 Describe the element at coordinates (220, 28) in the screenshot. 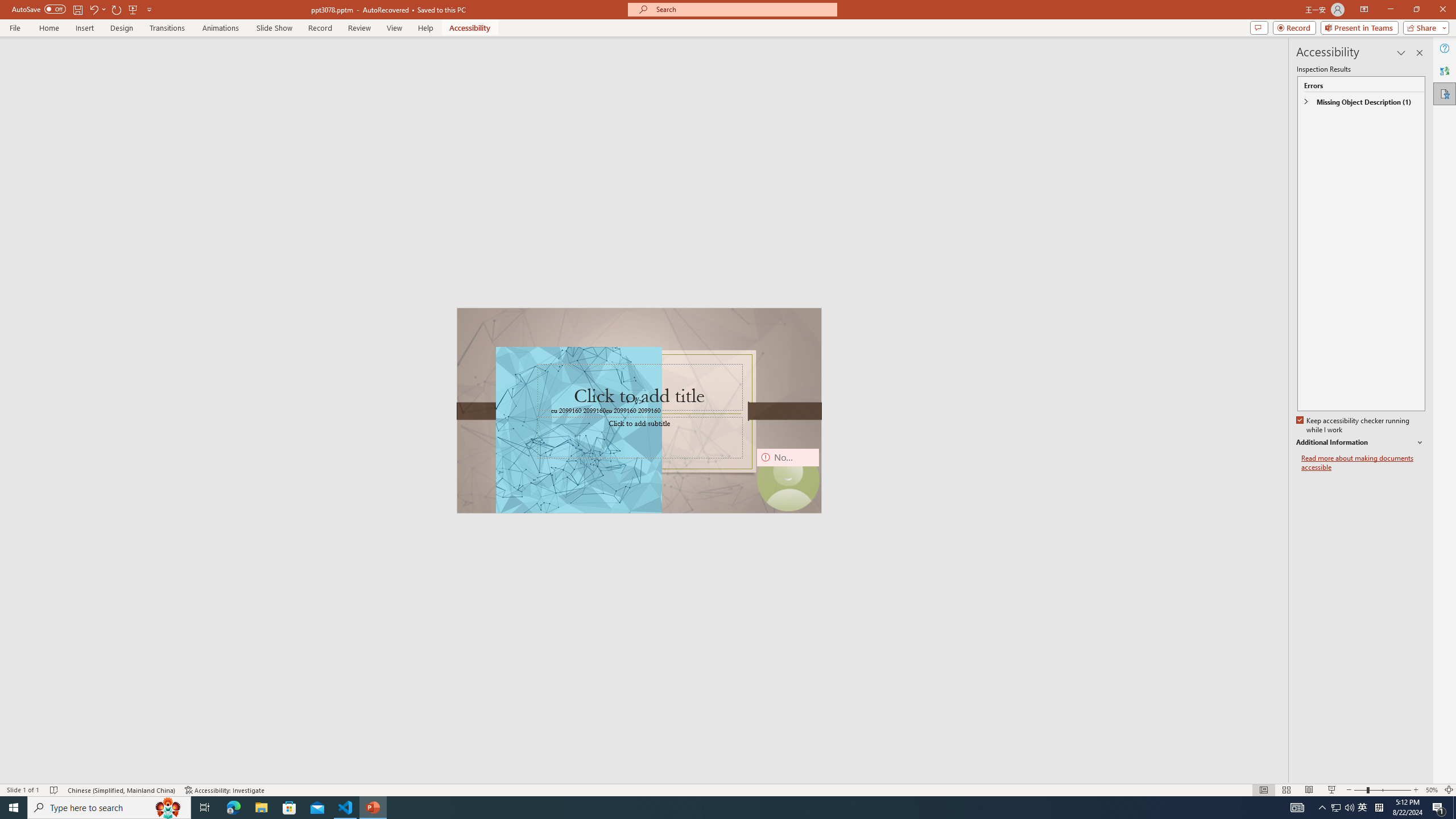

I see `'Animations'` at that location.